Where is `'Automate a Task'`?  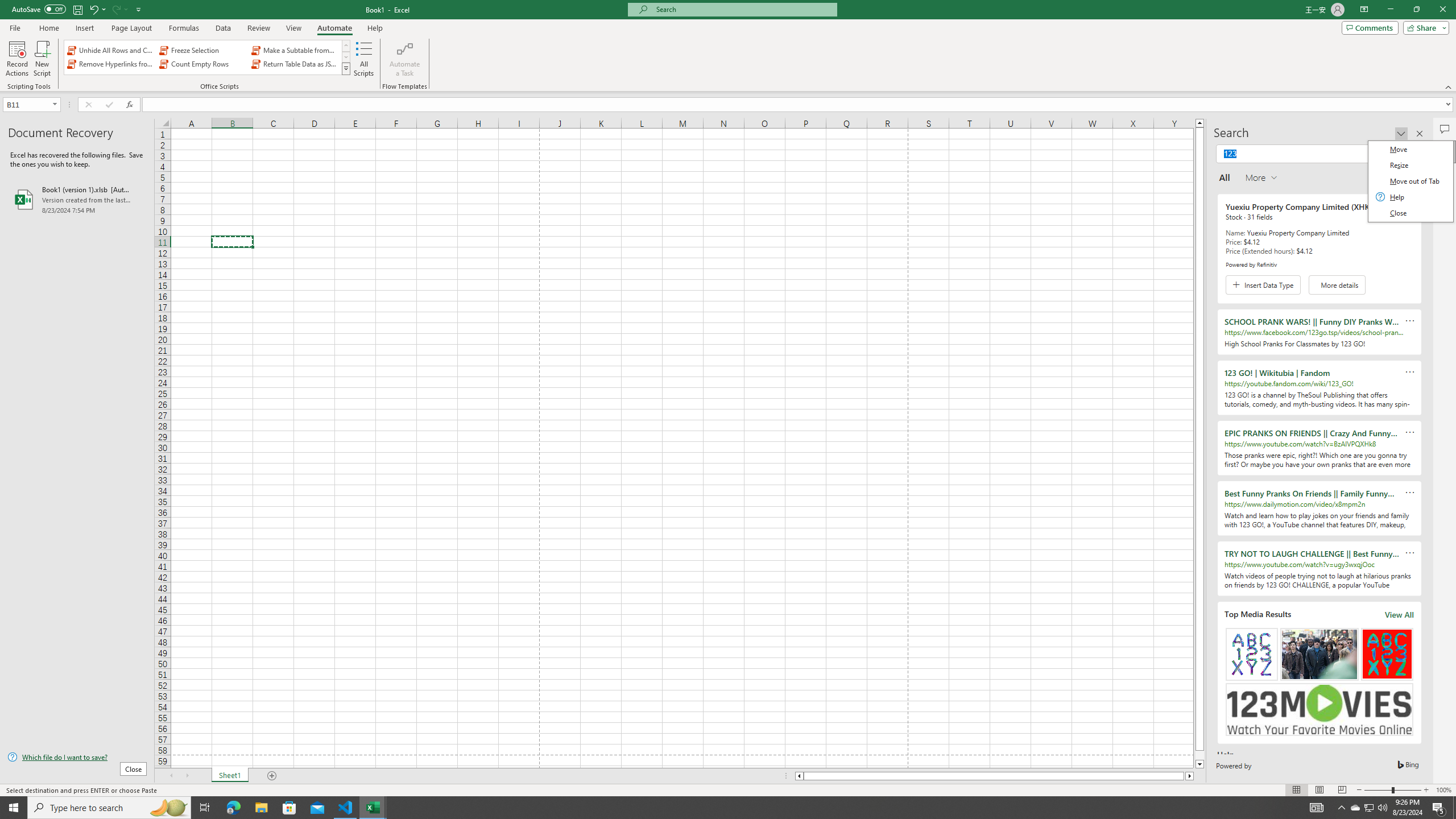 'Automate a Task' is located at coordinates (404, 59).